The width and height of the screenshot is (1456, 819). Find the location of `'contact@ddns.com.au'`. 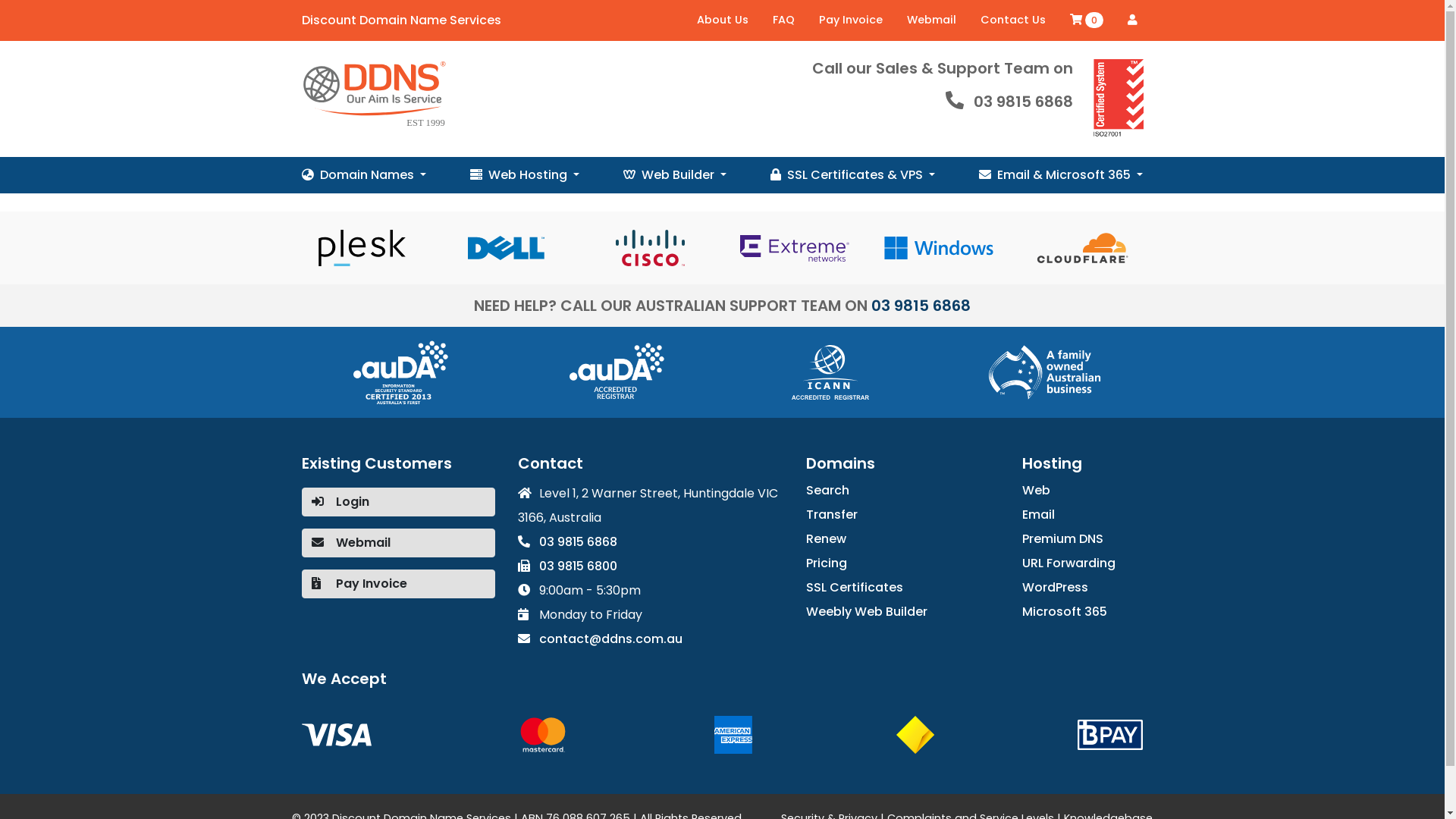

'contact@ddns.com.au' is located at coordinates (650, 639).